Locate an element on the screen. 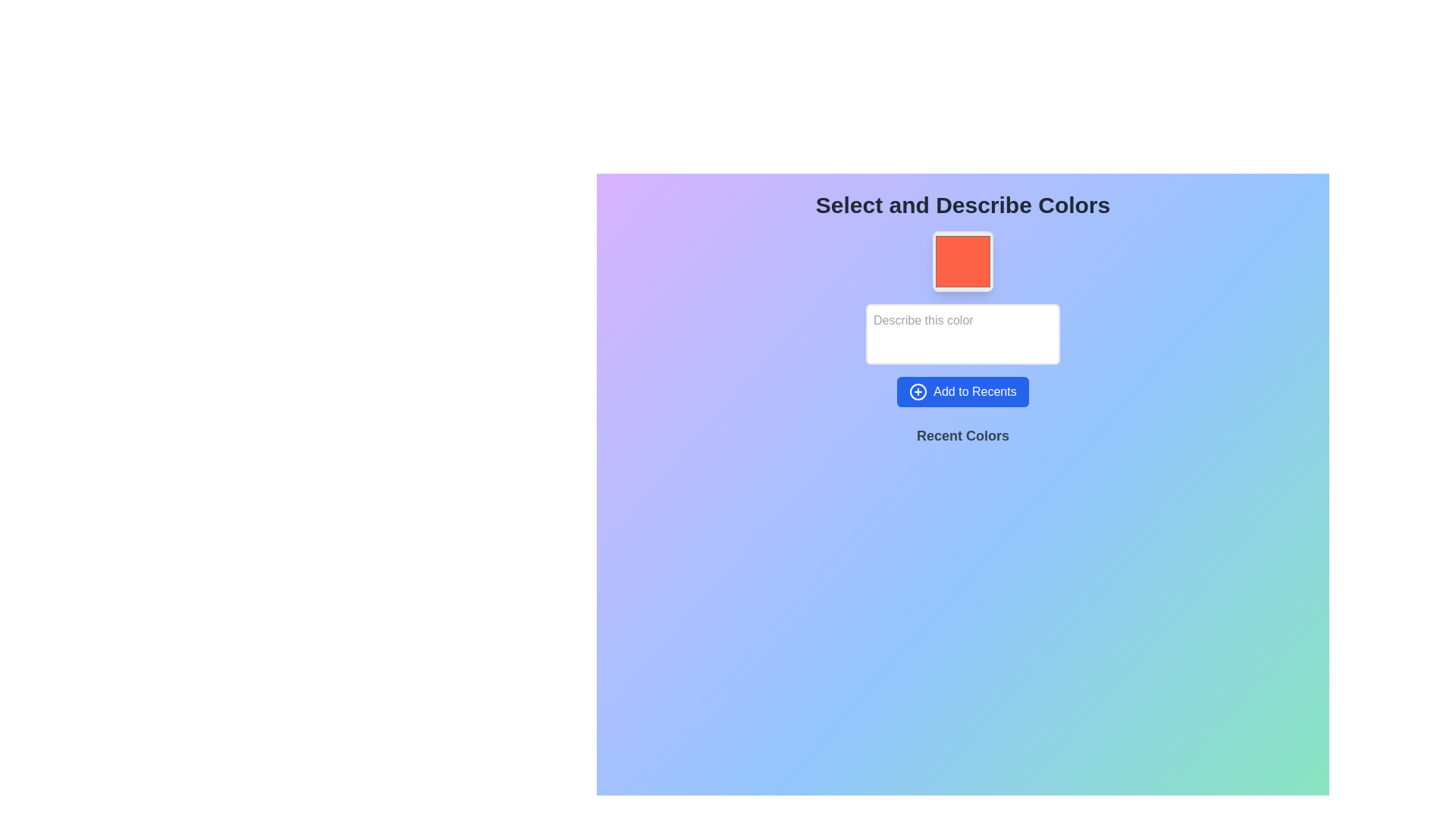 The width and height of the screenshot is (1456, 819). the button that adds the currently selected color to the list of recent colors, located below the 'Describe this color' text area and above the 'Recent Colors' heading is located at coordinates (962, 391).